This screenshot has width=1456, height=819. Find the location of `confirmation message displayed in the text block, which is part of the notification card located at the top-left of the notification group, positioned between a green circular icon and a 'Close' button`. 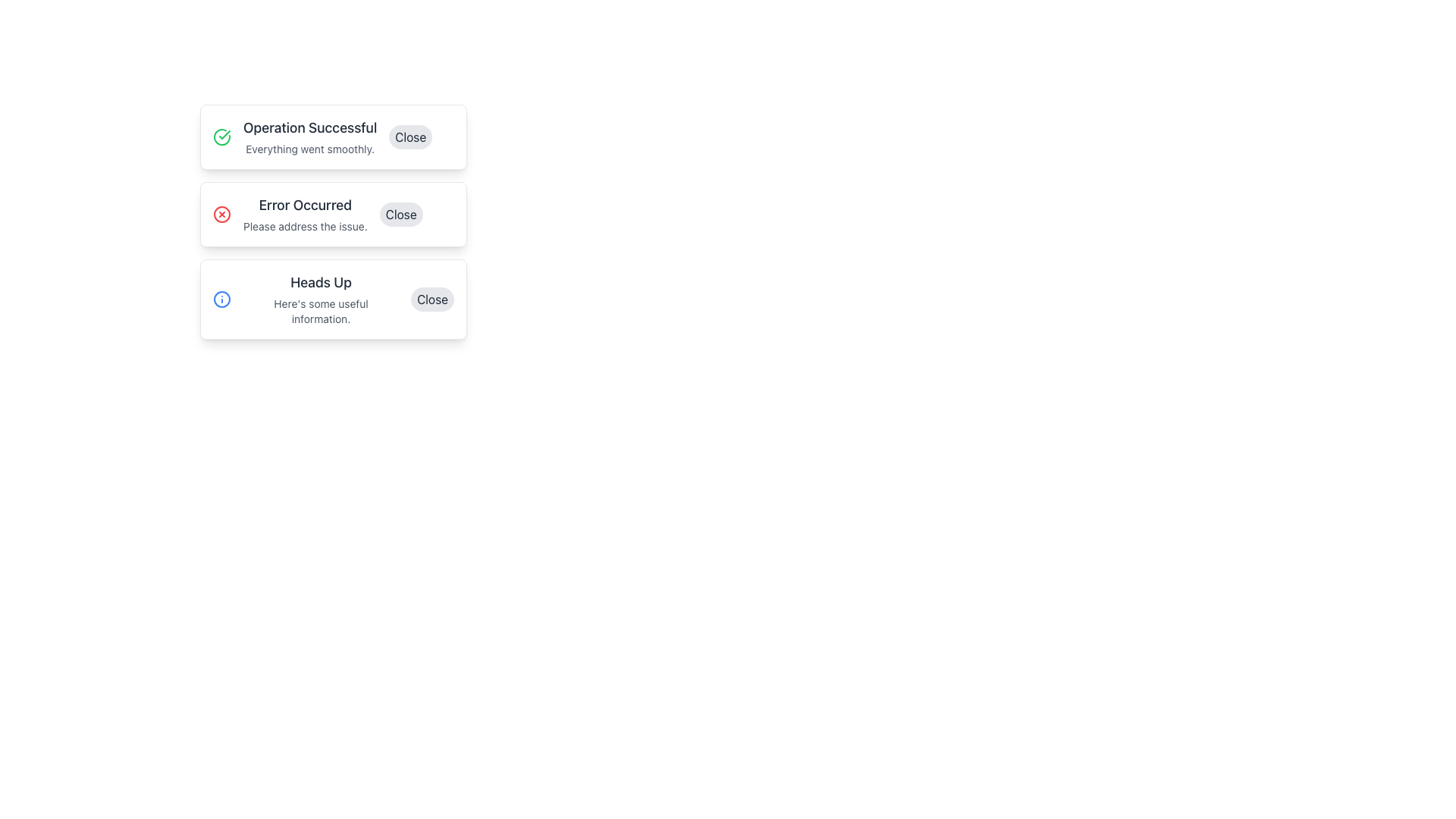

confirmation message displayed in the text block, which is part of the notification card located at the top-left of the notification group, positioned between a green circular icon and a 'Close' button is located at coordinates (309, 137).